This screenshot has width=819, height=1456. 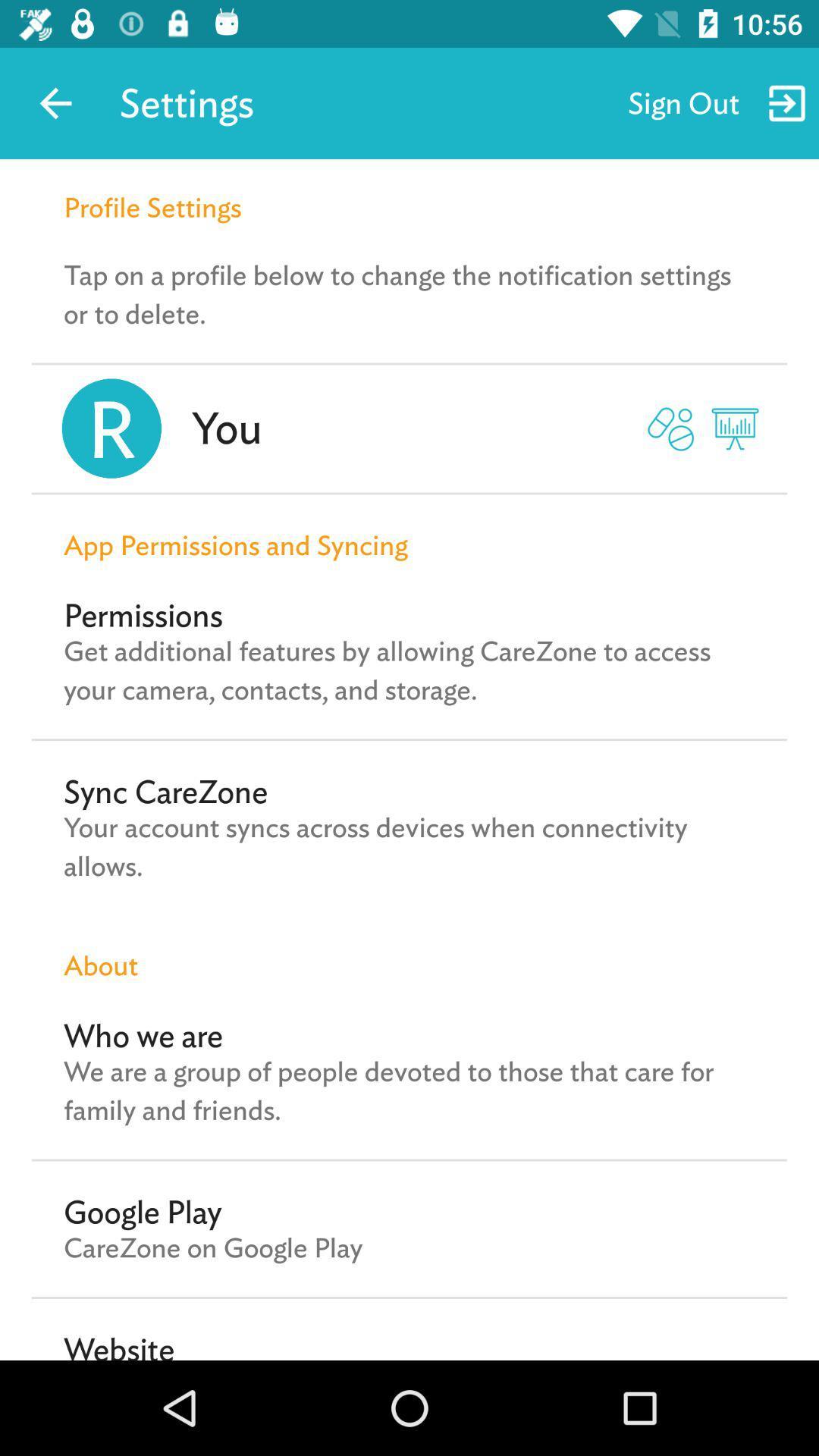 I want to click on the icon below the profile settings, so click(x=409, y=294).